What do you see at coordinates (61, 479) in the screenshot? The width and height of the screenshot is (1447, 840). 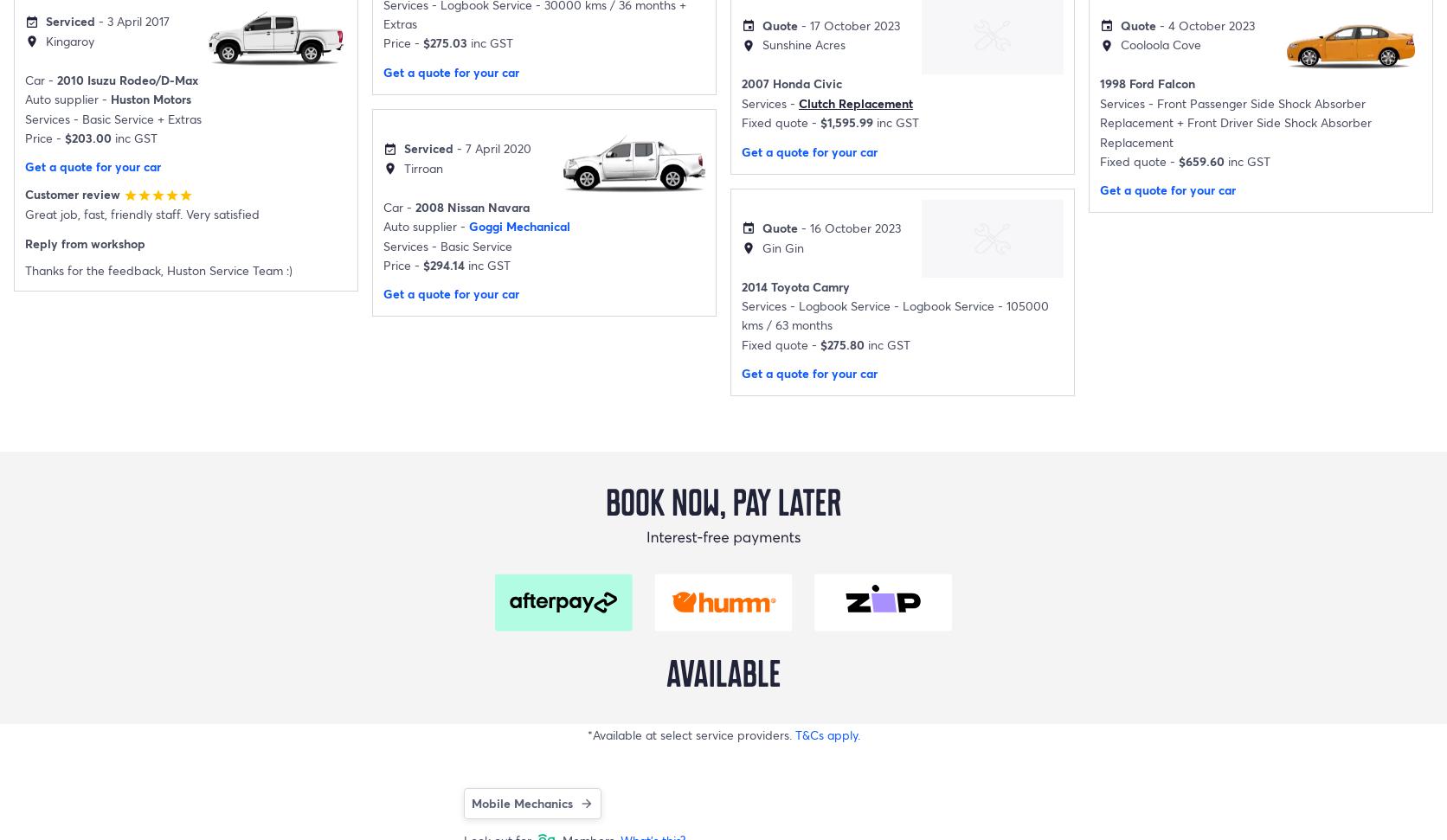 I see `'Buy Now Pay Later'` at bounding box center [61, 479].